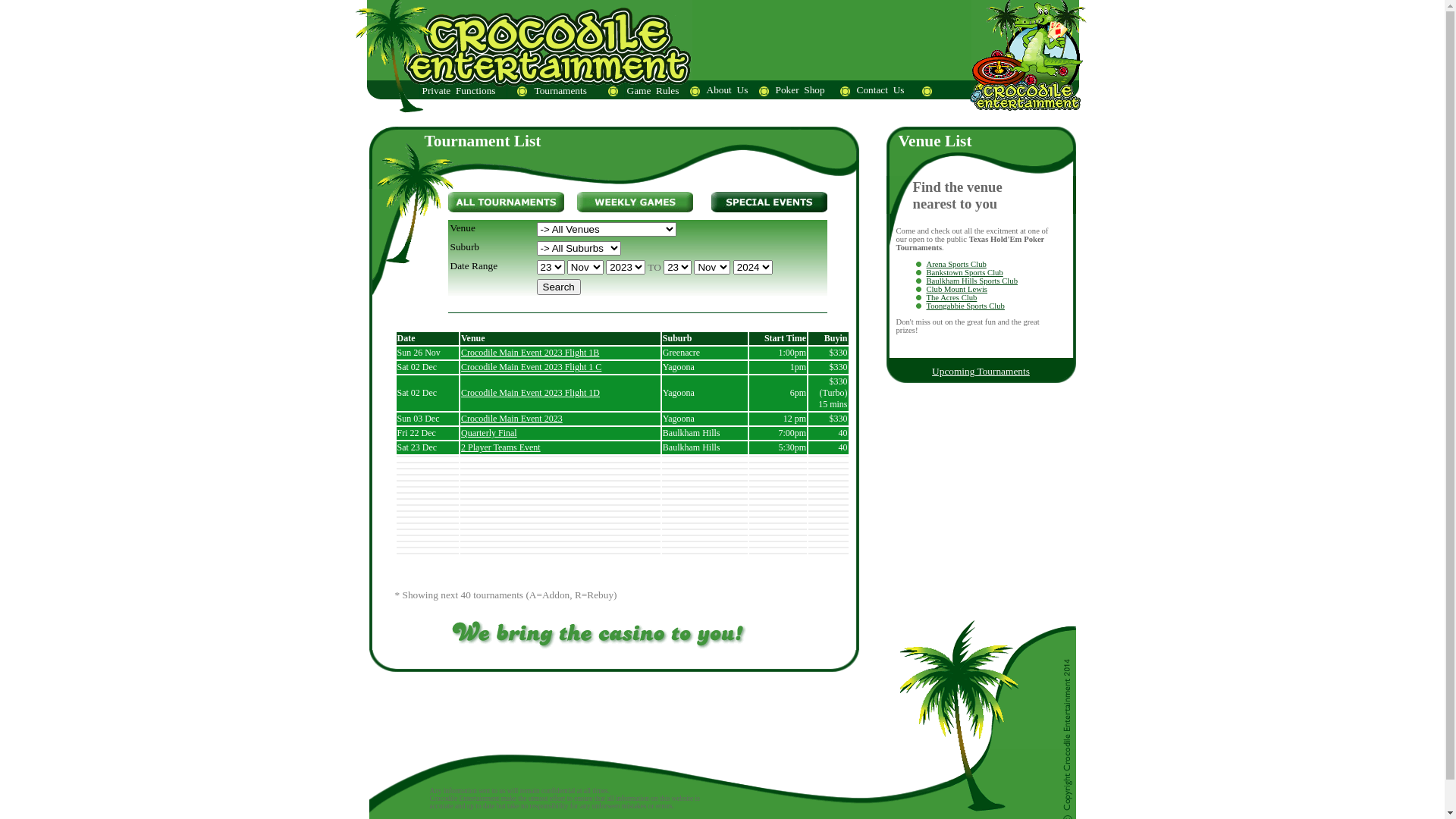 Image resolution: width=1456 pixels, height=819 pixels. What do you see at coordinates (964, 271) in the screenshot?
I see `'Bankstown Sports Club'` at bounding box center [964, 271].